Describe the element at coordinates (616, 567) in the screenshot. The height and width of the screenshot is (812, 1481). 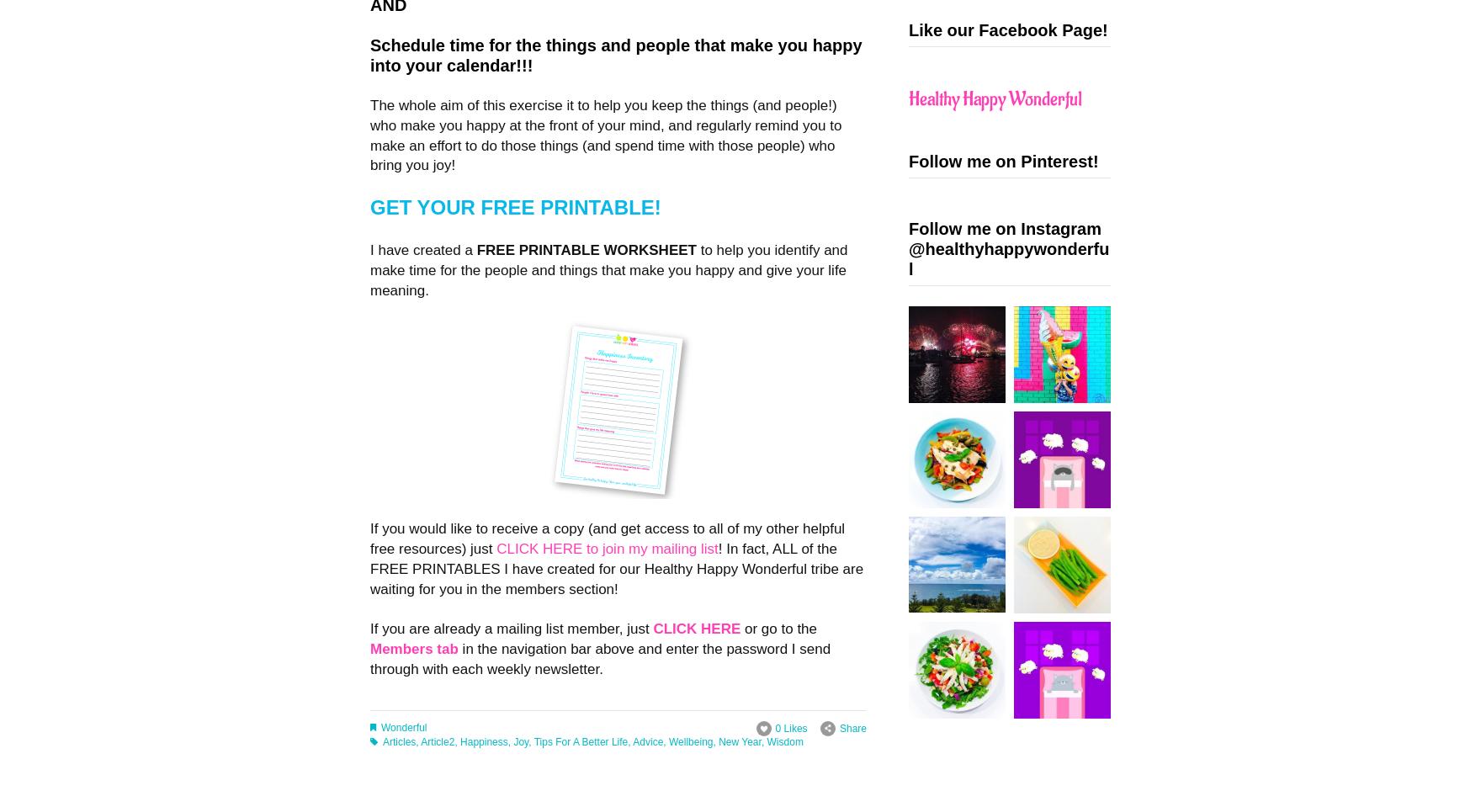
I see `'! In fact, ALL of the FREE PRINTABLES I have created for our Healthy Happy Wonderful tribe are waiting for you in the members section!'` at that location.